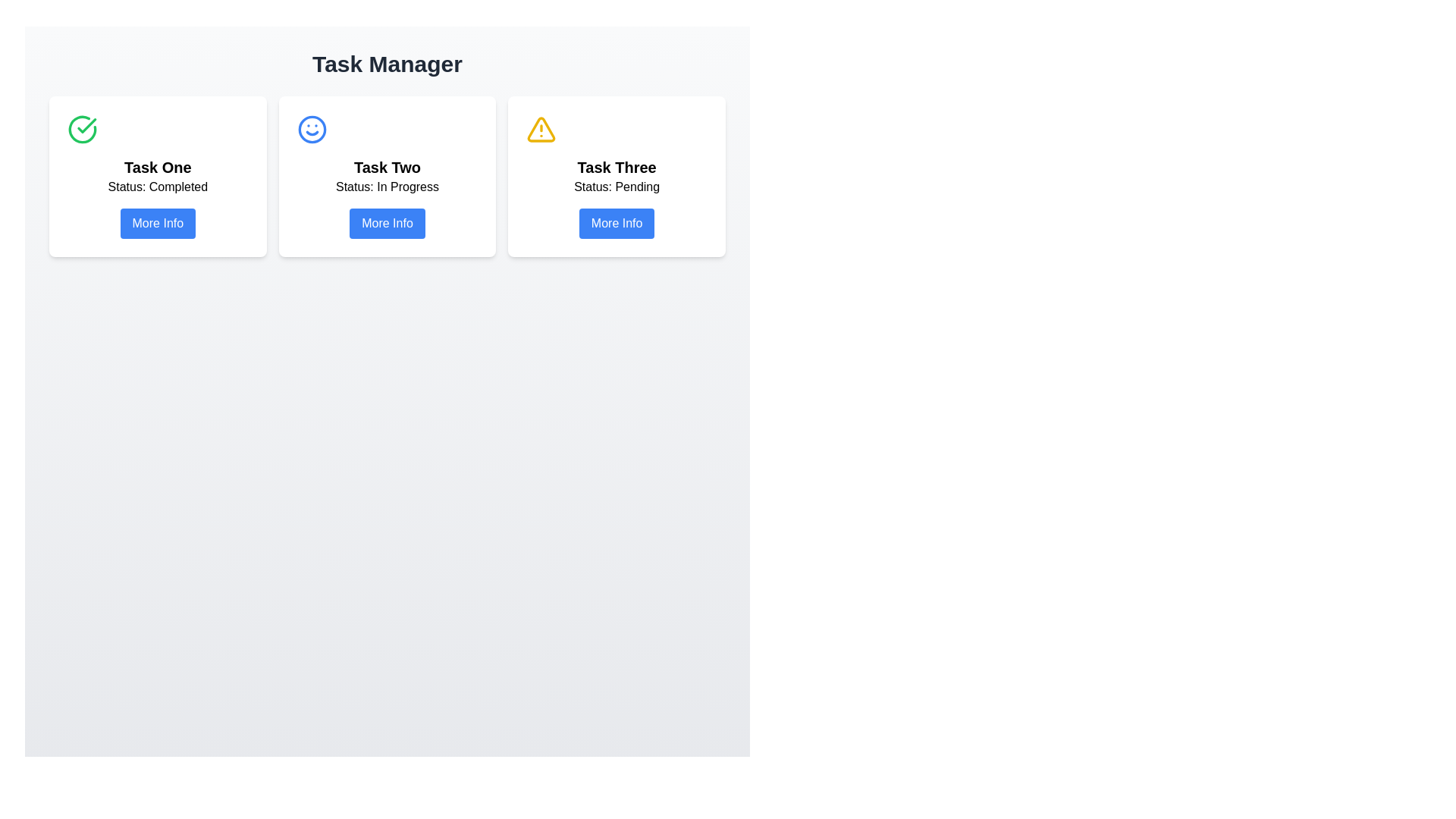 This screenshot has width=1456, height=819. What do you see at coordinates (311, 128) in the screenshot?
I see `the smiling face icon, which is a blue circular outline with a filled white interior, located at the top of the second task card above the text 'Task Two: Status: In Progress'` at bounding box center [311, 128].